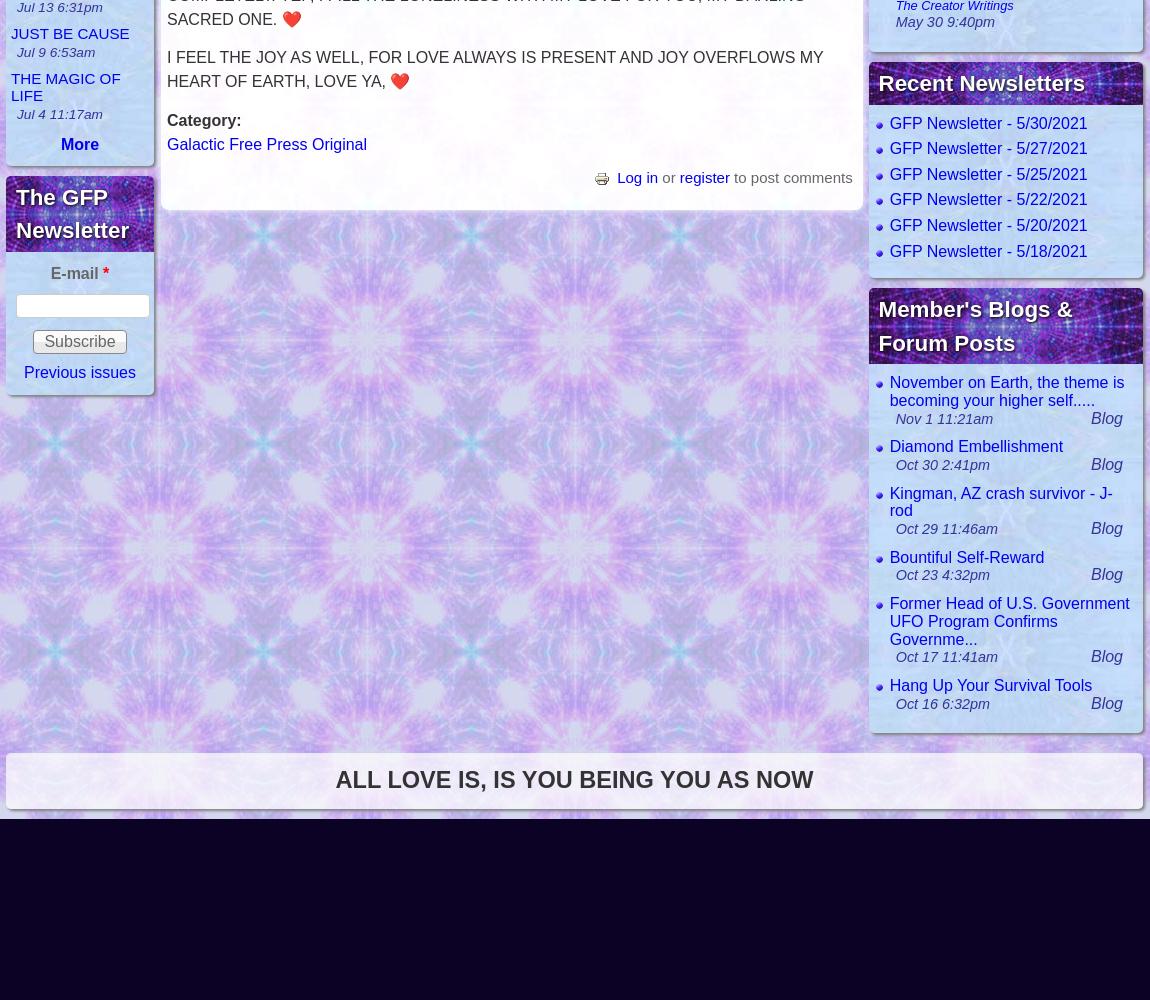  What do you see at coordinates (987, 121) in the screenshot?
I see `'GFP Newsletter - 5/30/2021'` at bounding box center [987, 121].